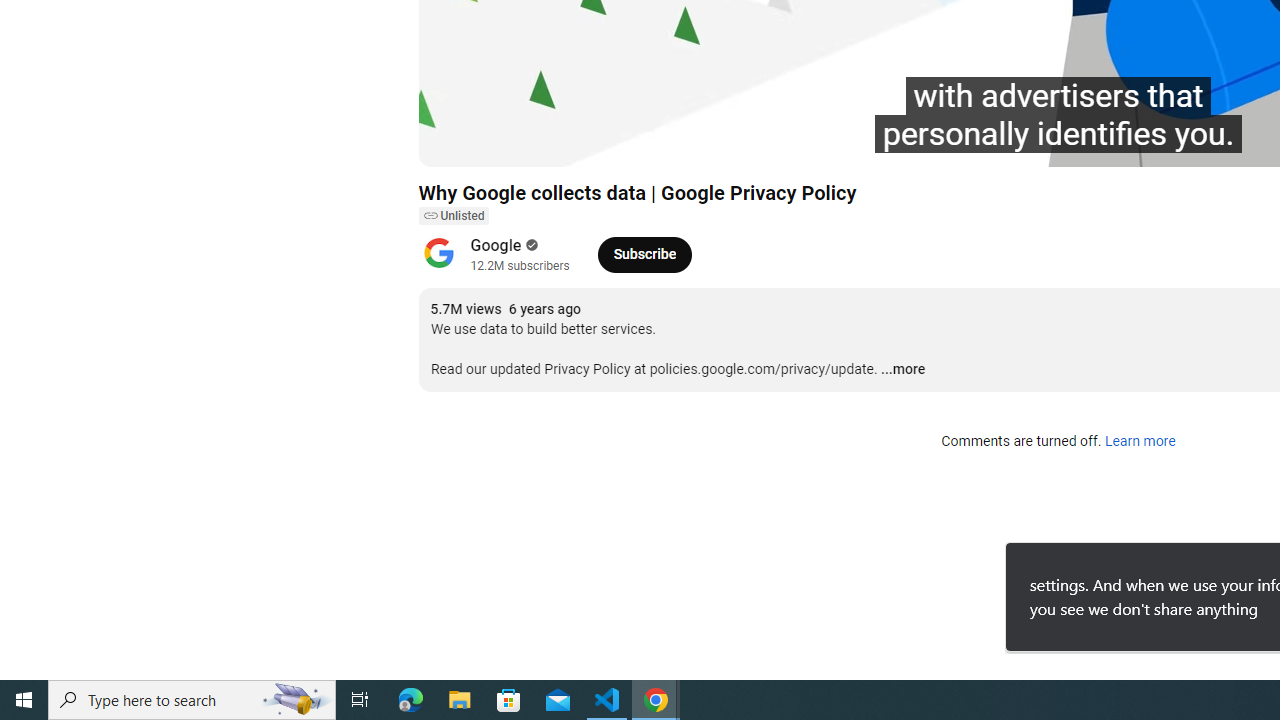 The image size is (1280, 720). What do you see at coordinates (530, 244) in the screenshot?
I see `'Verified'` at bounding box center [530, 244].